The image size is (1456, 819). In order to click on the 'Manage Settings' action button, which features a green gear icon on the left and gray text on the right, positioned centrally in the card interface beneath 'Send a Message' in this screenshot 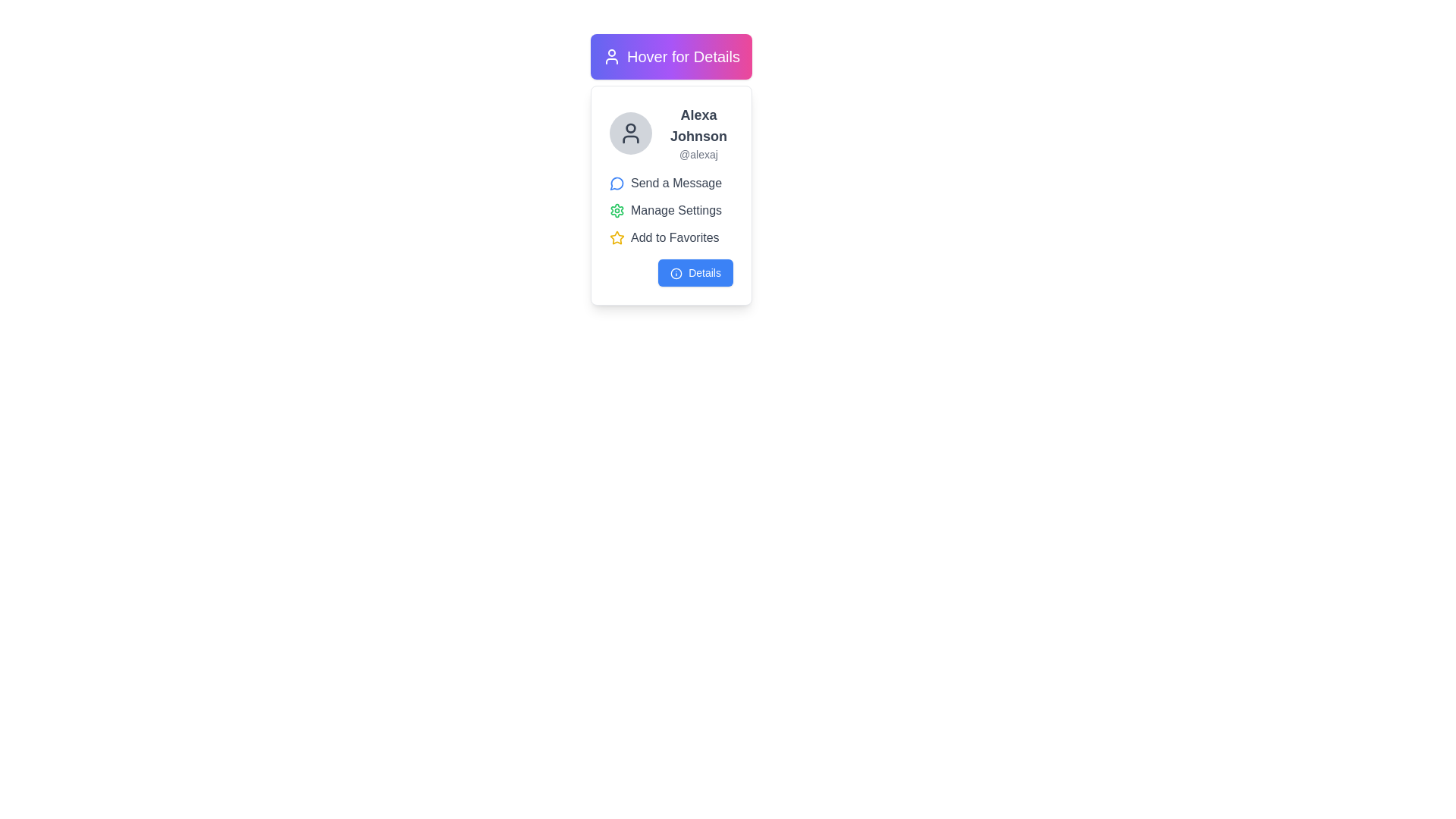, I will do `click(670, 210)`.